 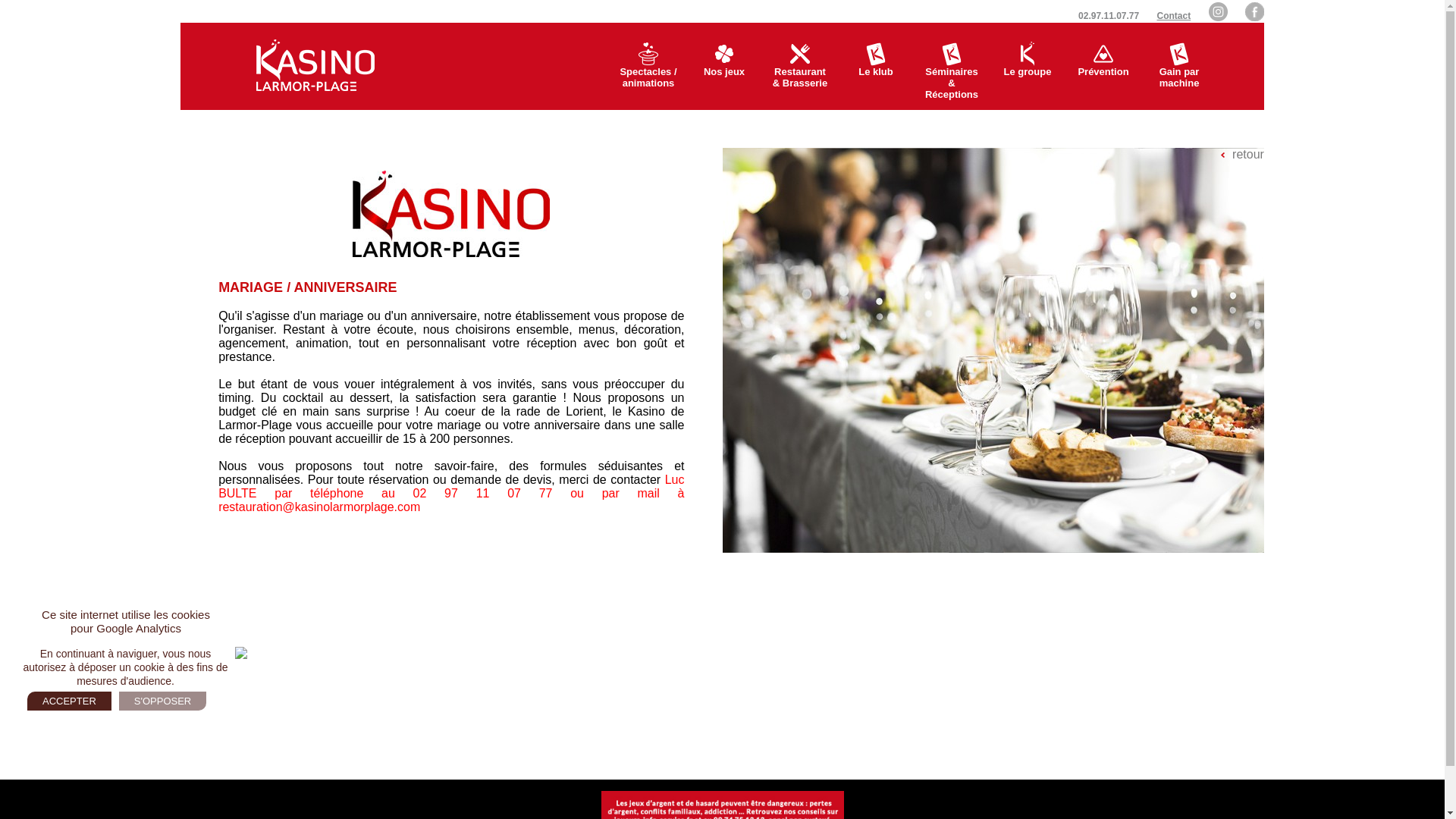 I want to click on 'Le klub', so click(x=876, y=65).